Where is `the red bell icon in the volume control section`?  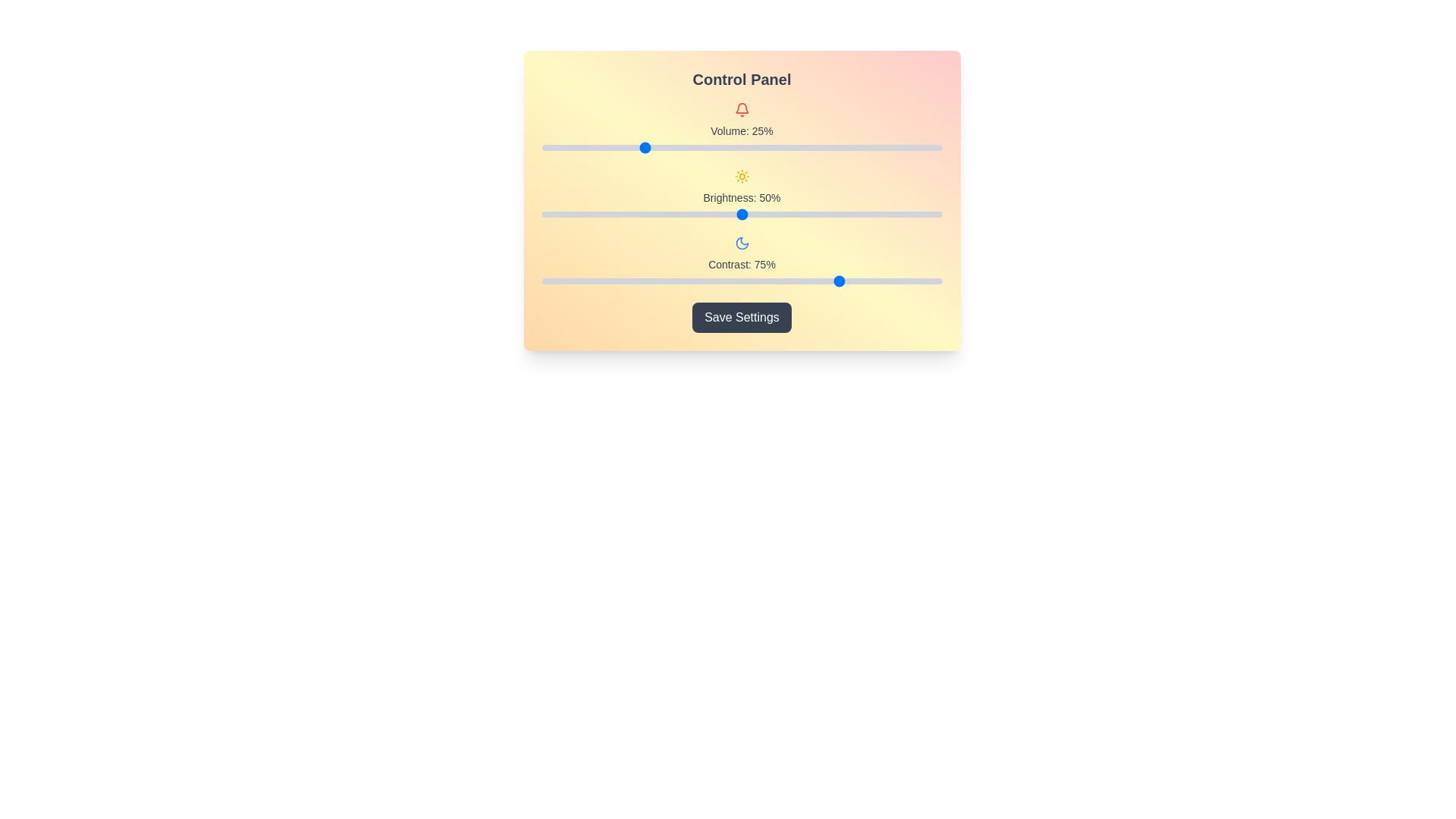
the red bell icon in the volume control section is located at coordinates (742, 125).